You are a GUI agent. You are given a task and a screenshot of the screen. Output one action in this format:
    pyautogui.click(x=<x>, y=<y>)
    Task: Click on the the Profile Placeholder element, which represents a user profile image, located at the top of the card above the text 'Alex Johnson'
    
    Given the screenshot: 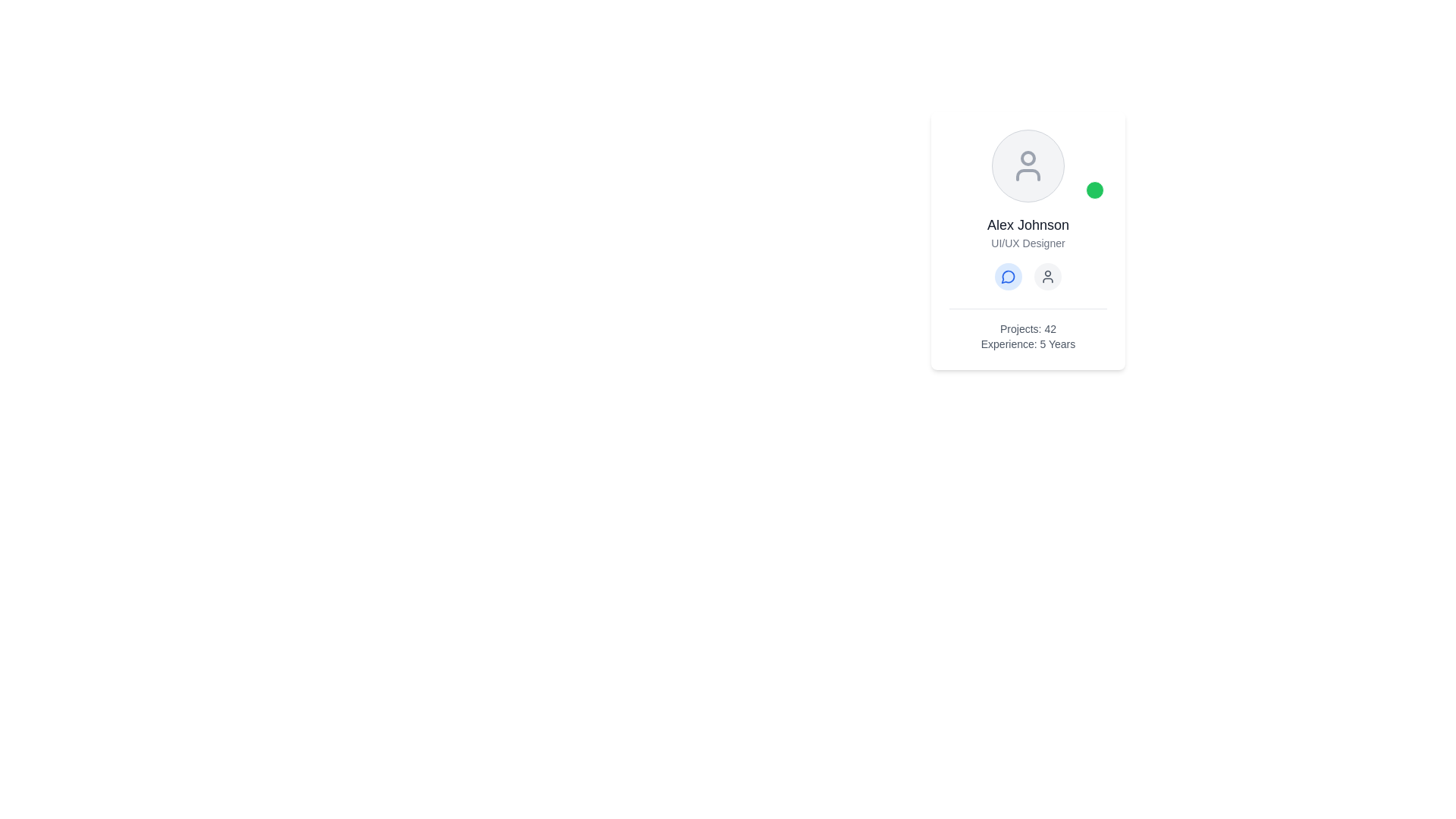 What is the action you would take?
    pyautogui.click(x=1028, y=166)
    